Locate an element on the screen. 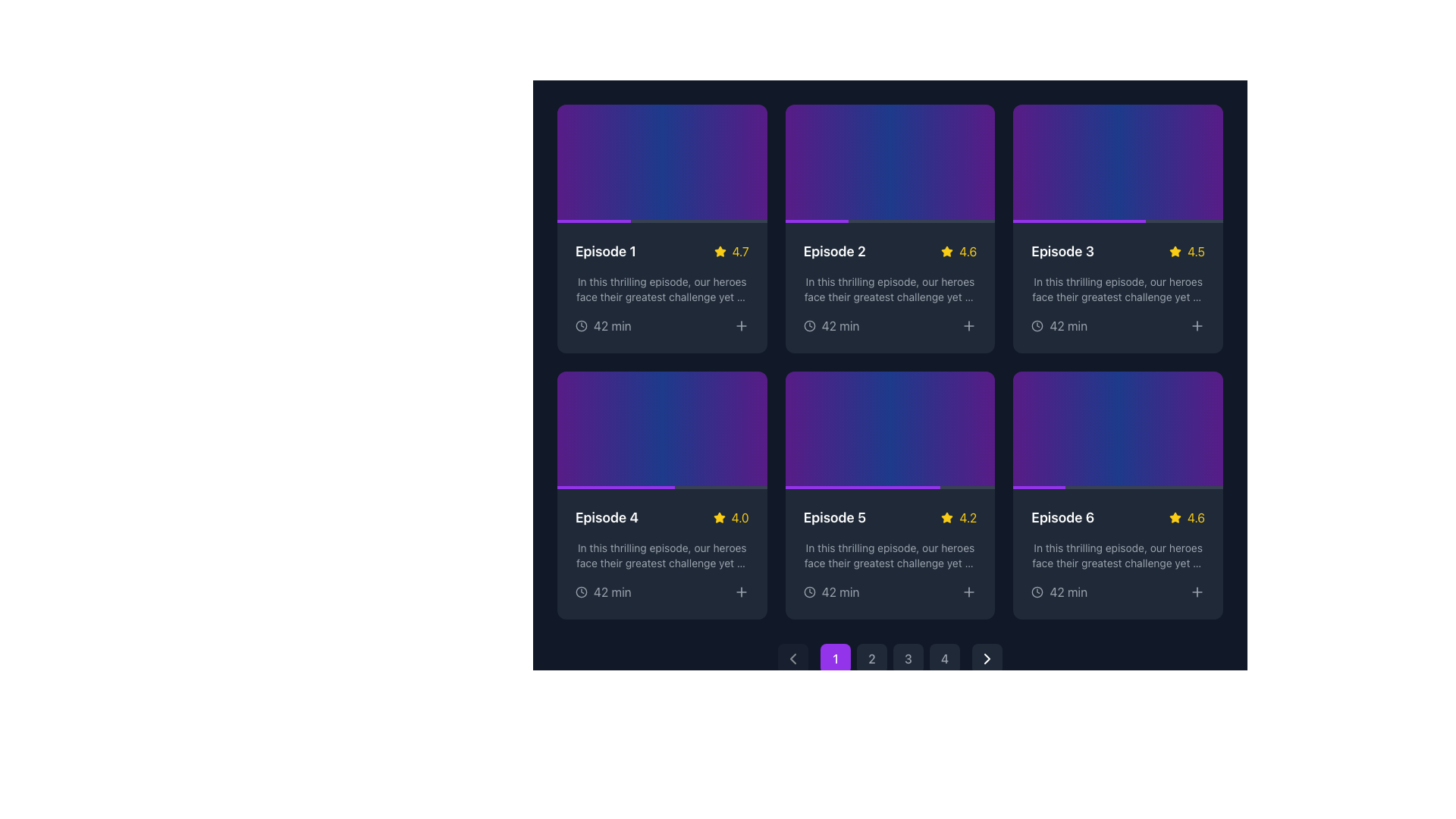 This screenshot has height=819, width=1456. the text element displaying '42 min' which indicates the time duration of Episode 2, located below the title and description, next to a clock icon is located at coordinates (839, 325).